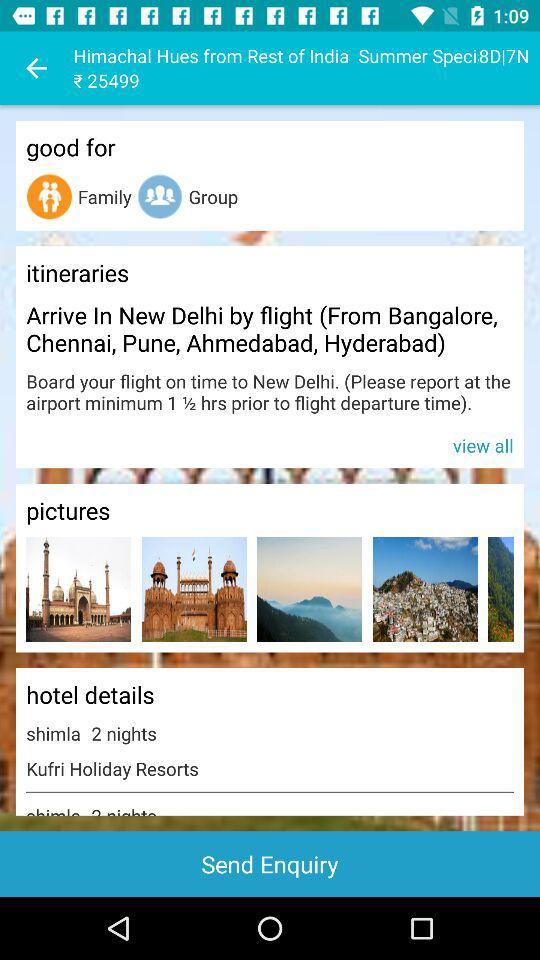 Image resolution: width=540 pixels, height=960 pixels. I want to click on the picture, so click(309, 589).